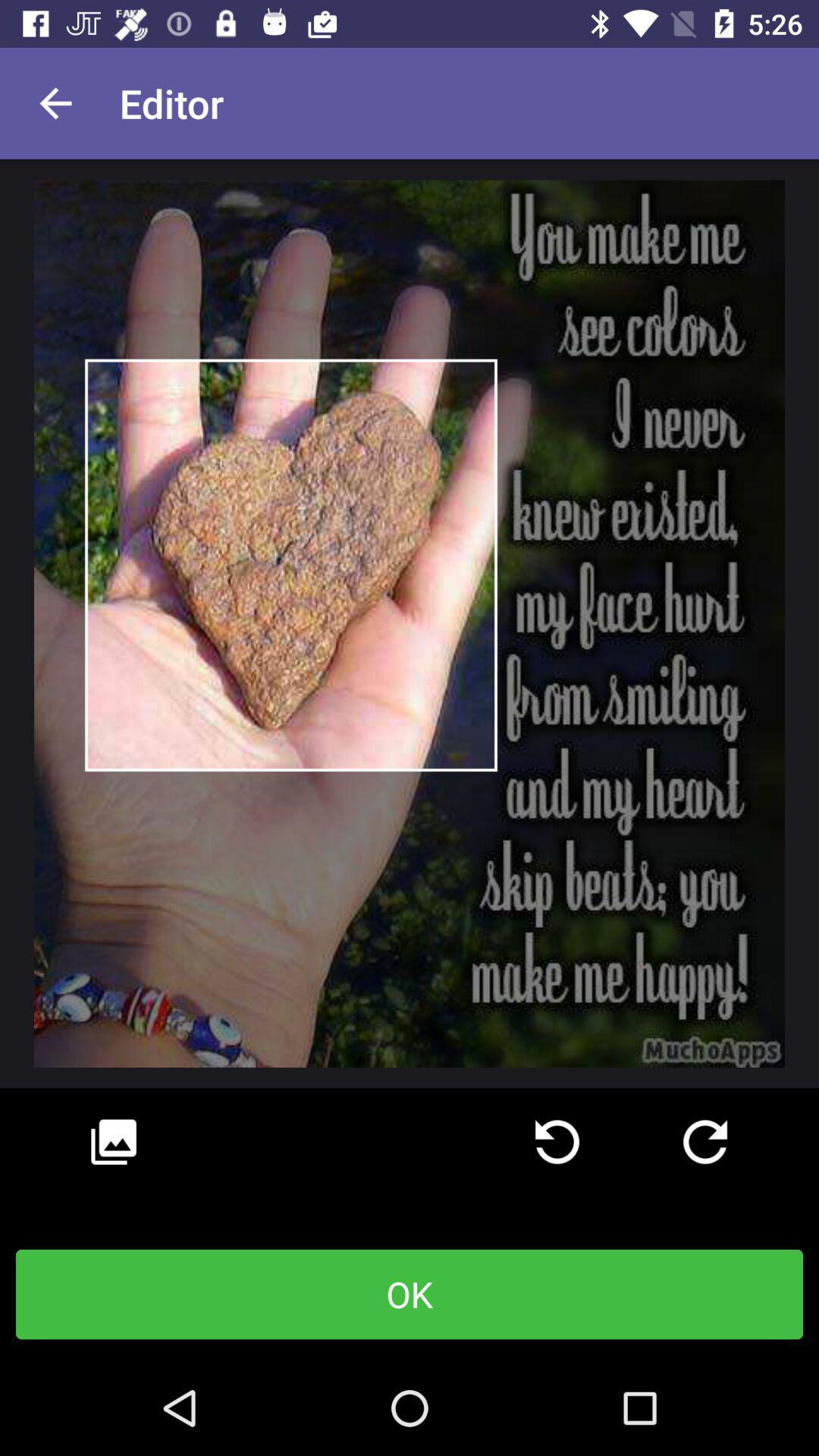 This screenshot has height=1456, width=819. Describe the element at coordinates (704, 1142) in the screenshot. I see `switch re-play option` at that location.